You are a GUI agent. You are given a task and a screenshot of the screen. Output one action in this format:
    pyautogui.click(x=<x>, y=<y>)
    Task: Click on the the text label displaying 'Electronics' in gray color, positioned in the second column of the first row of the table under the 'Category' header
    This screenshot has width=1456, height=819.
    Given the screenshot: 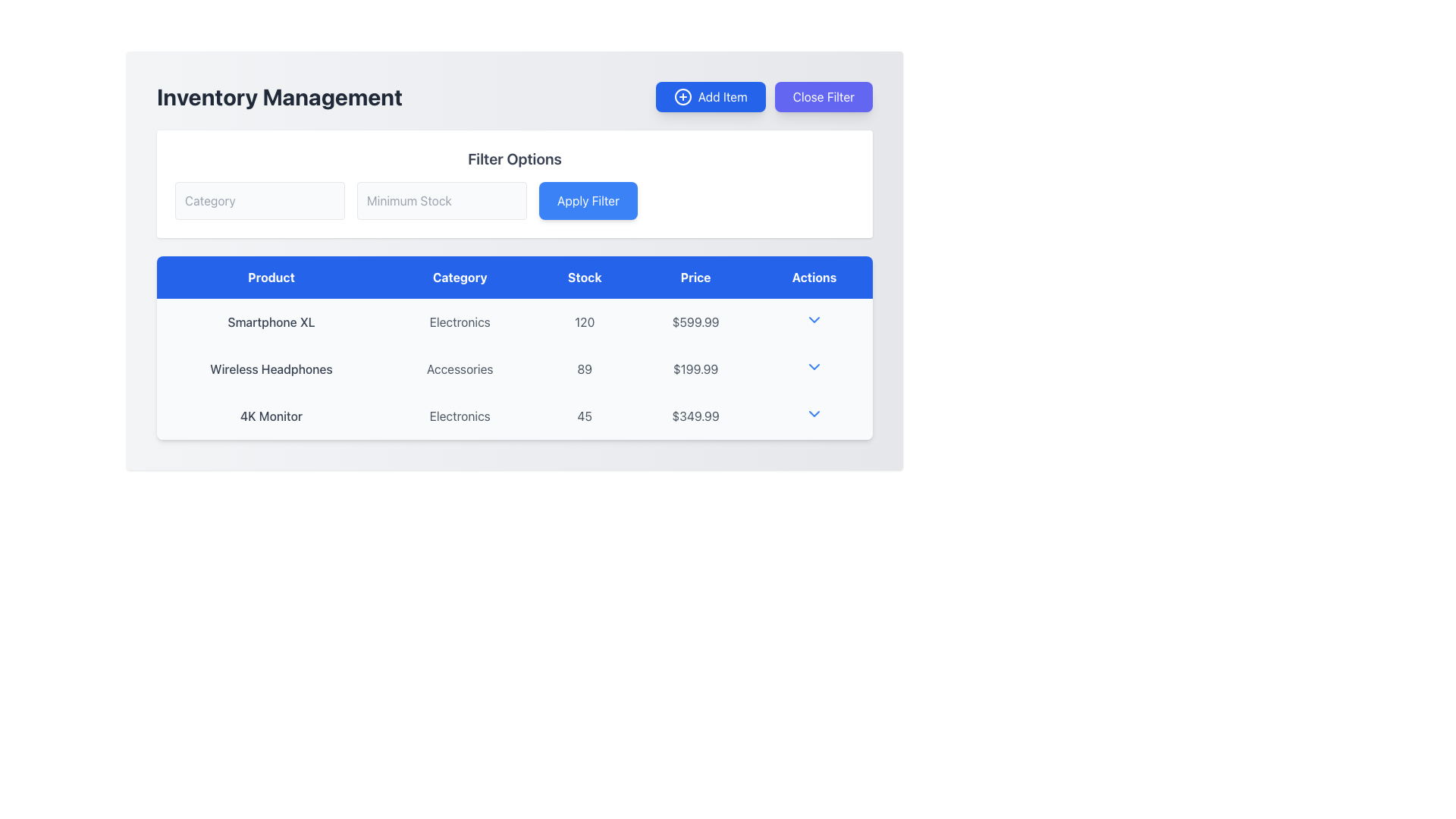 What is the action you would take?
    pyautogui.click(x=459, y=321)
    